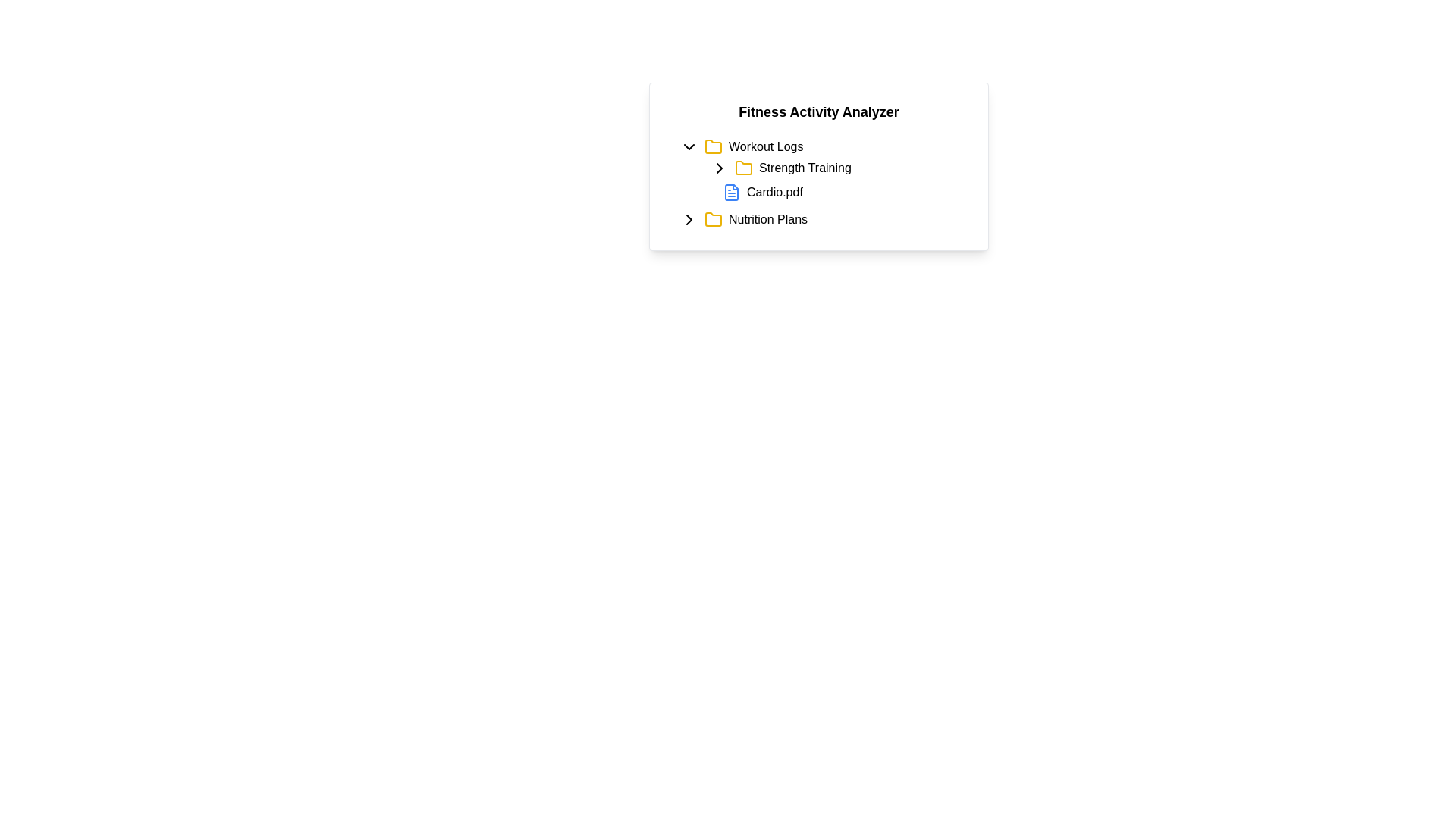 This screenshot has width=1456, height=819. What do you see at coordinates (766, 146) in the screenshot?
I see `the 'Workout Logs' text label, which is styled in bold and slightly larger font, located in the upper-left section under the 'Fitness Activity Analyzer' header` at bounding box center [766, 146].